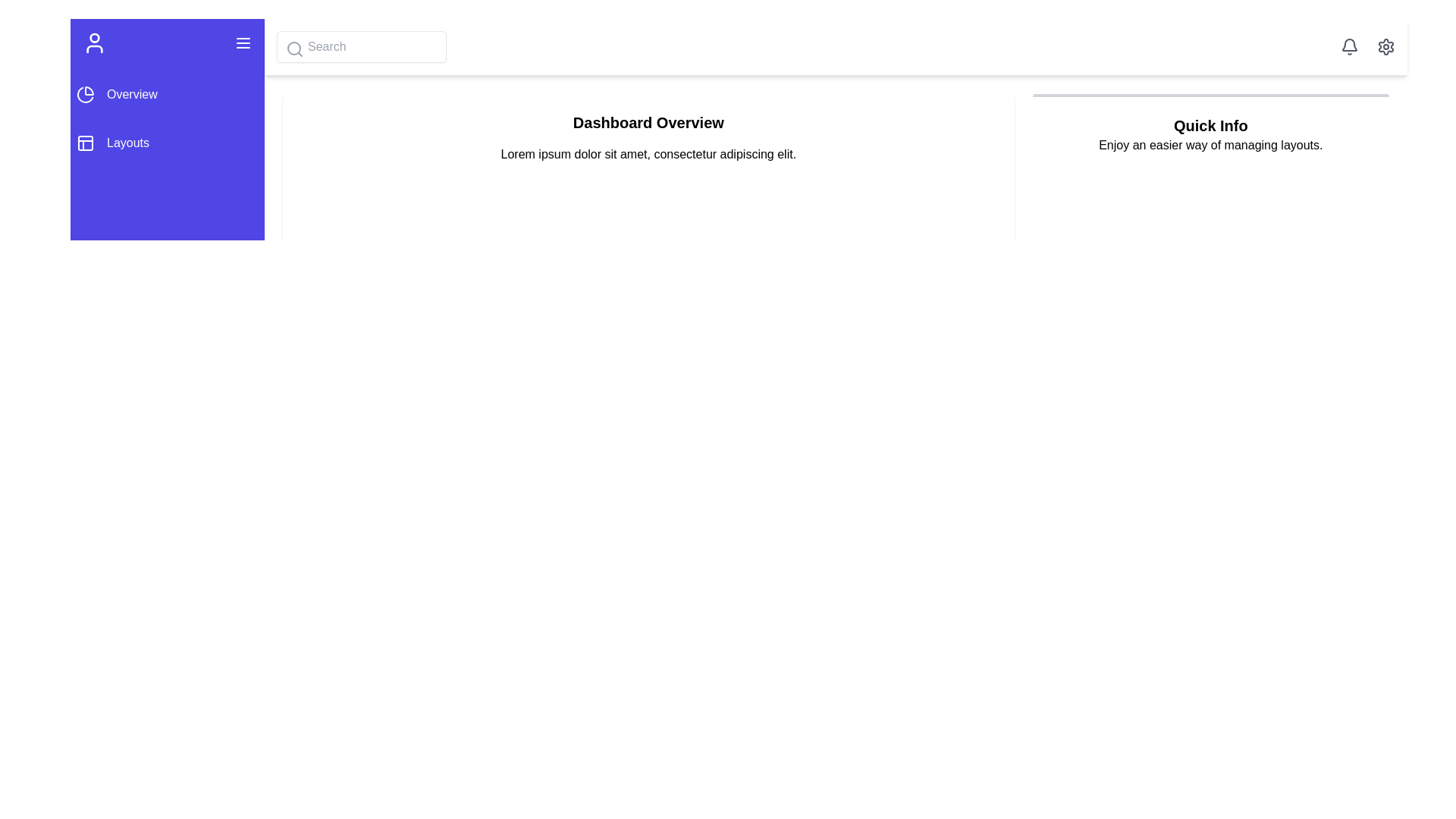  Describe the element at coordinates (1350, 44) in the screenshot. I see `the notification bell icon located in the top-right corner of the interface` at that location.